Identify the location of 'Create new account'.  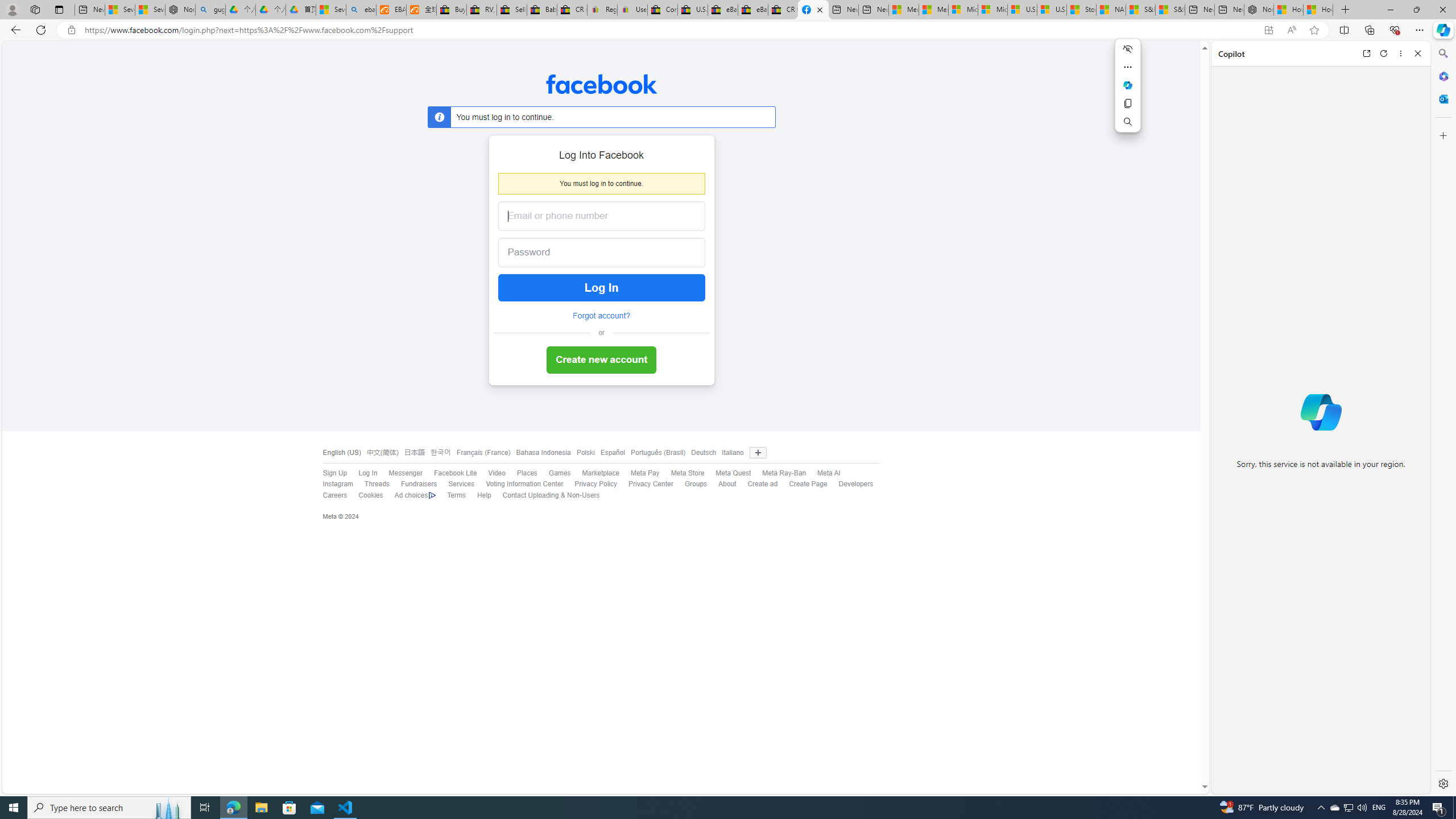
(601, 359).